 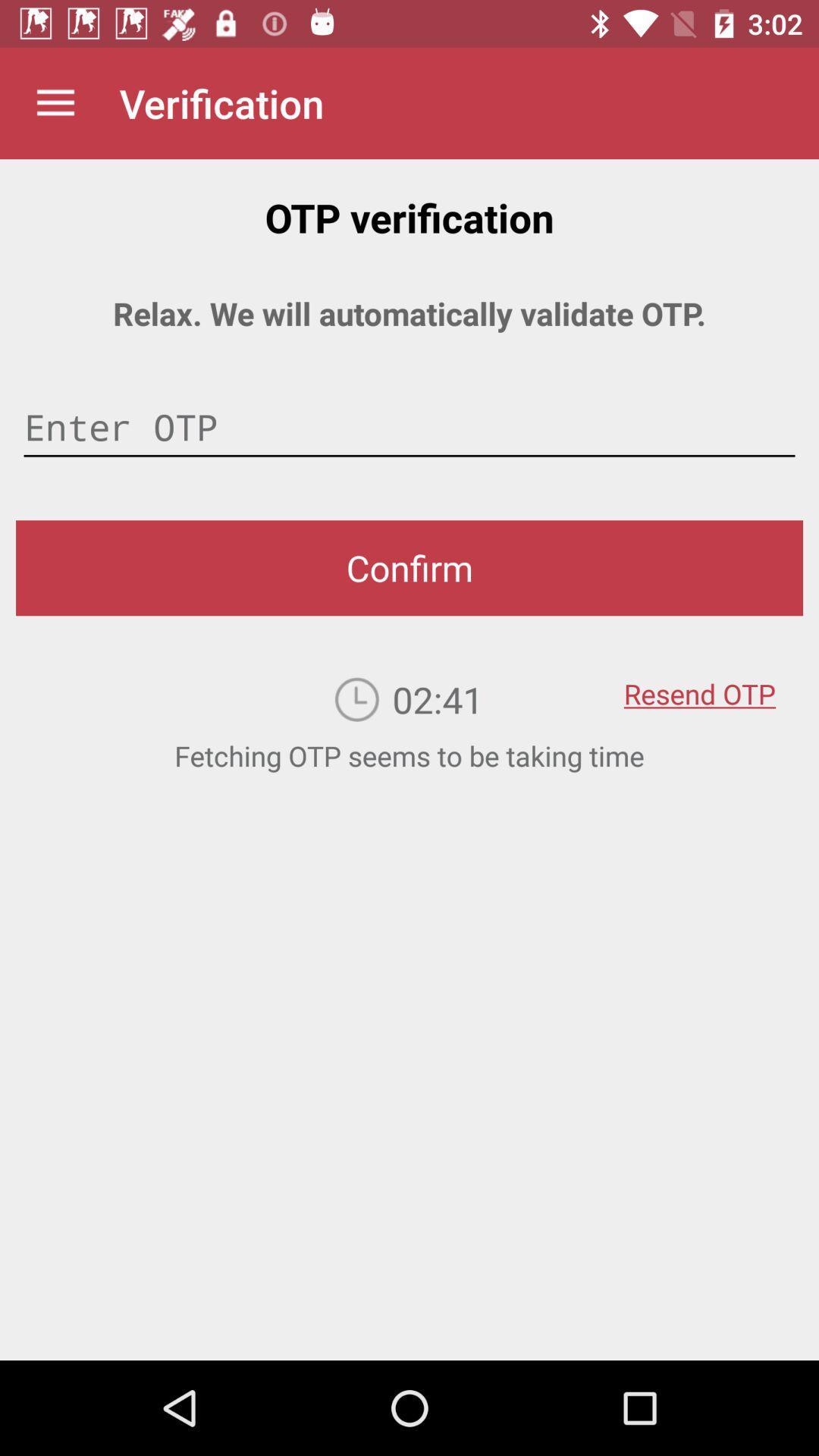 I want to click on item below the confirm item, so click(x=699, y=682).